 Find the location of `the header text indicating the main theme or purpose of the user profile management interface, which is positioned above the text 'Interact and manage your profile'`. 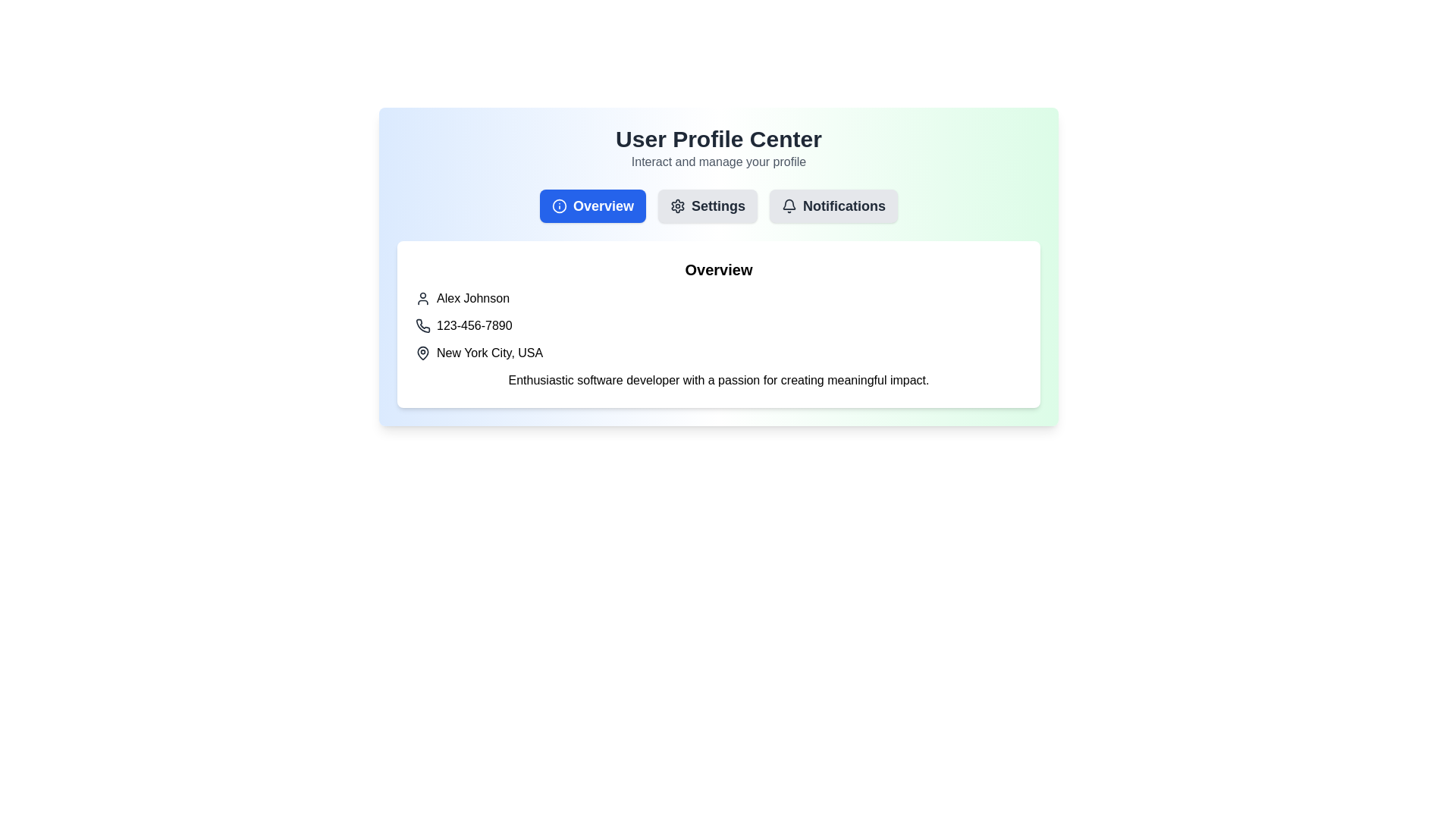

the header text indicating the main theme or purpose of the user profile management interface, which is positioned above the text 'Interact and manage your profile' is located at coordinates (718, 140).